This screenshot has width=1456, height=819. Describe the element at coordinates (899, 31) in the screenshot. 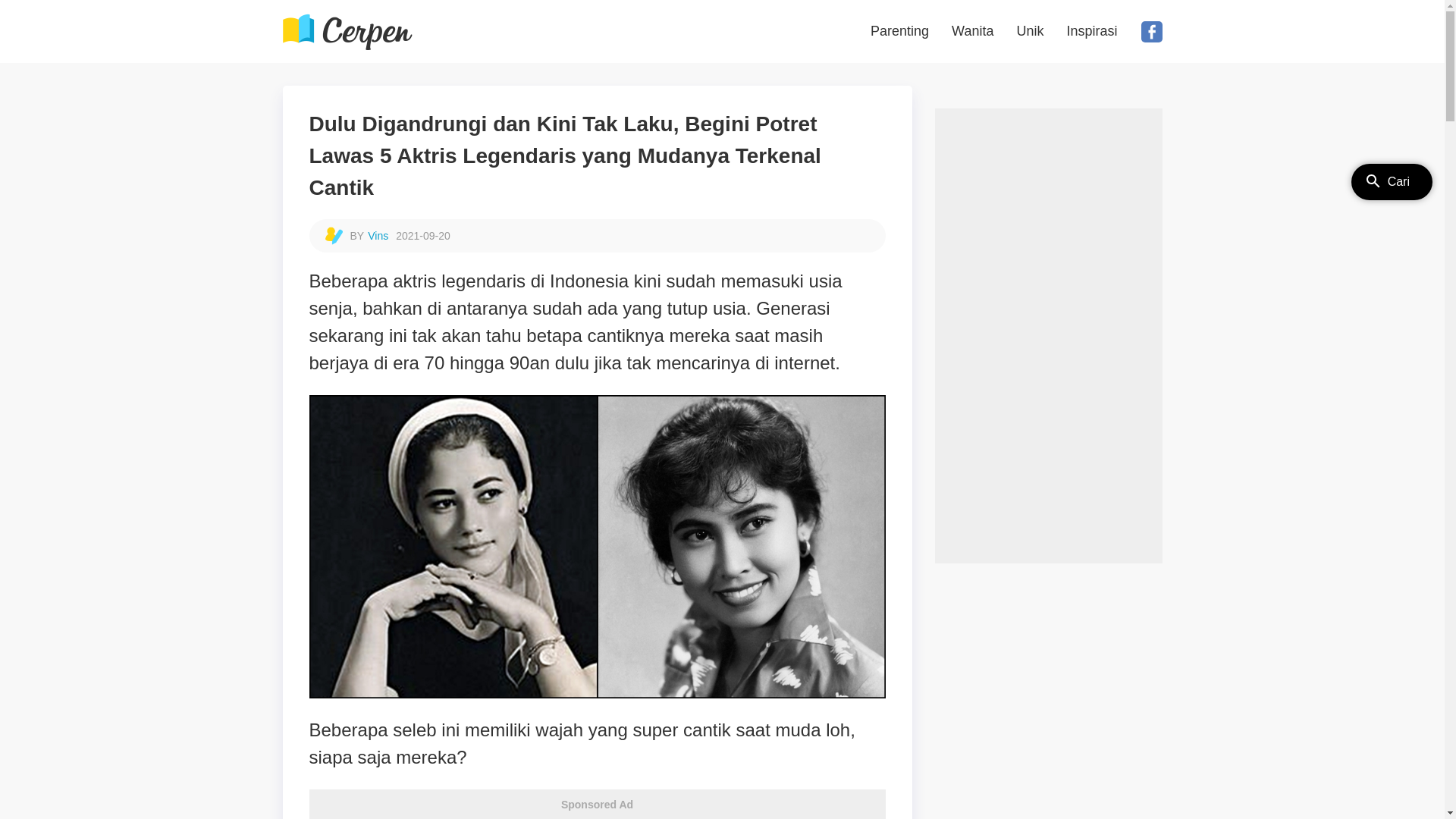

I see `'Parenting'` at that location.